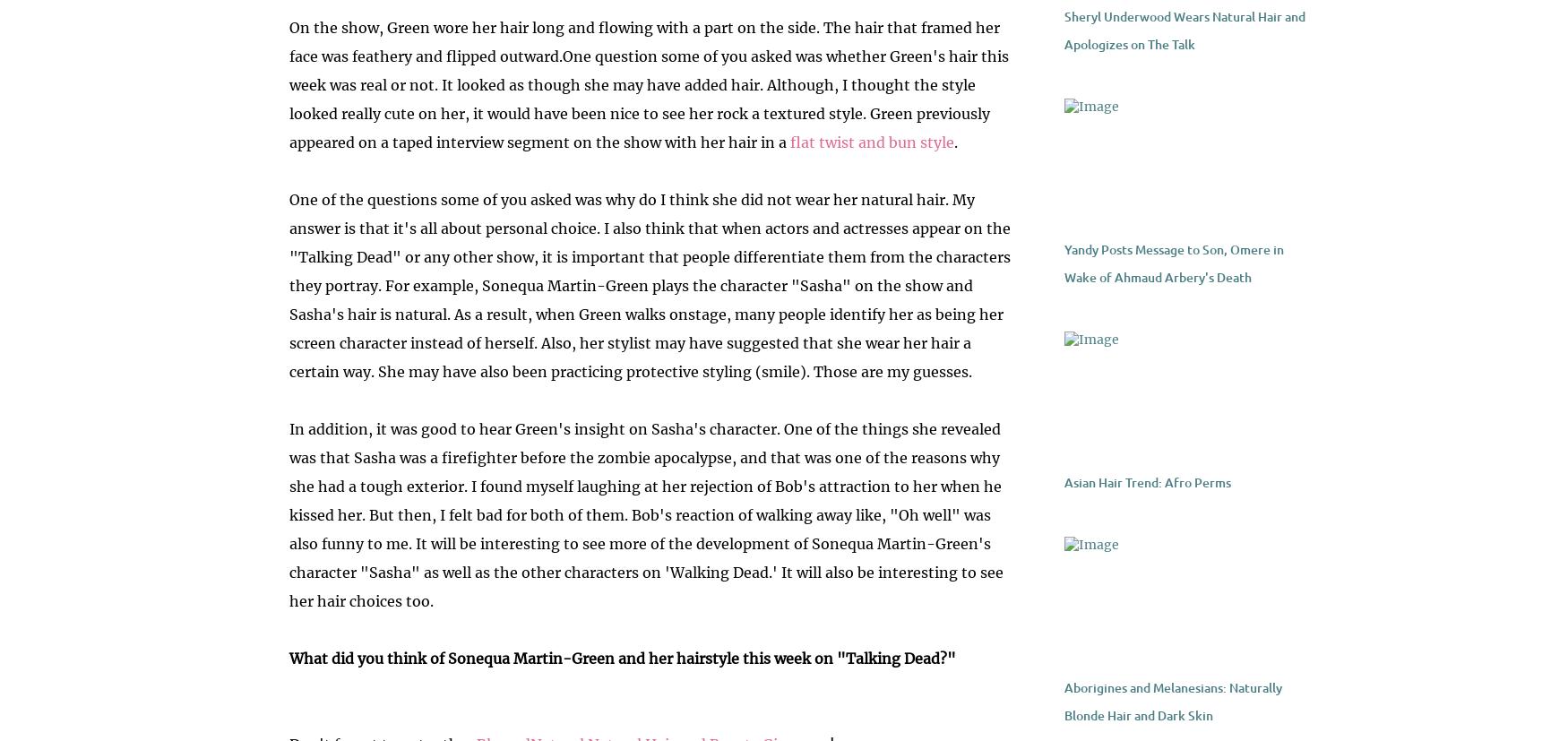  I want to click on 'What did you think of Sonequa Martin-Green and her hairstyle this week on "Talking Dead?"', so click(622, 658).